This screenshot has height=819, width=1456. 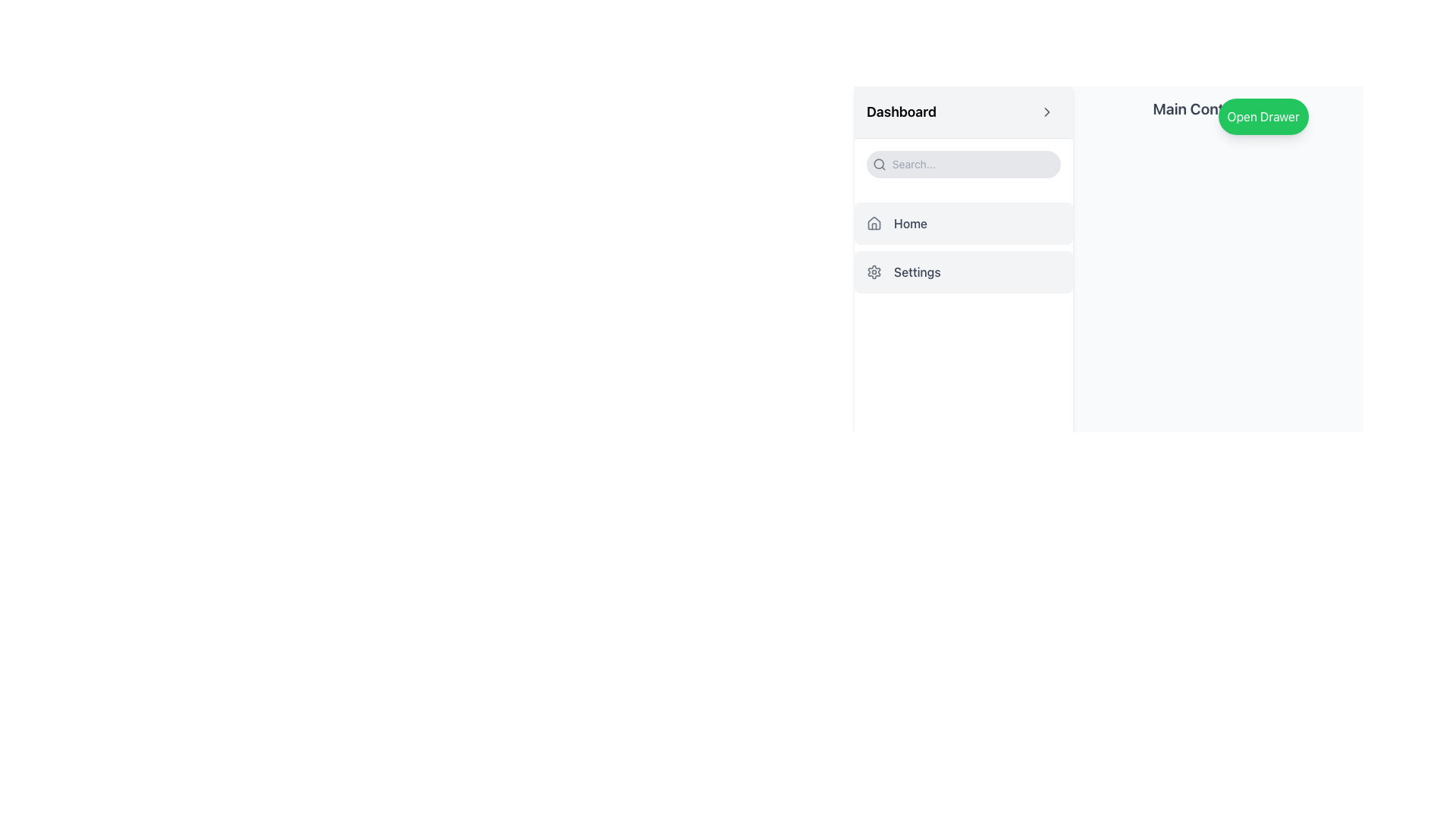 What do you see at coordinates (963, 223) in the screenshot?
I see `the first button labeled 'Home' located below the search bar` at bounding box center [963, 223].